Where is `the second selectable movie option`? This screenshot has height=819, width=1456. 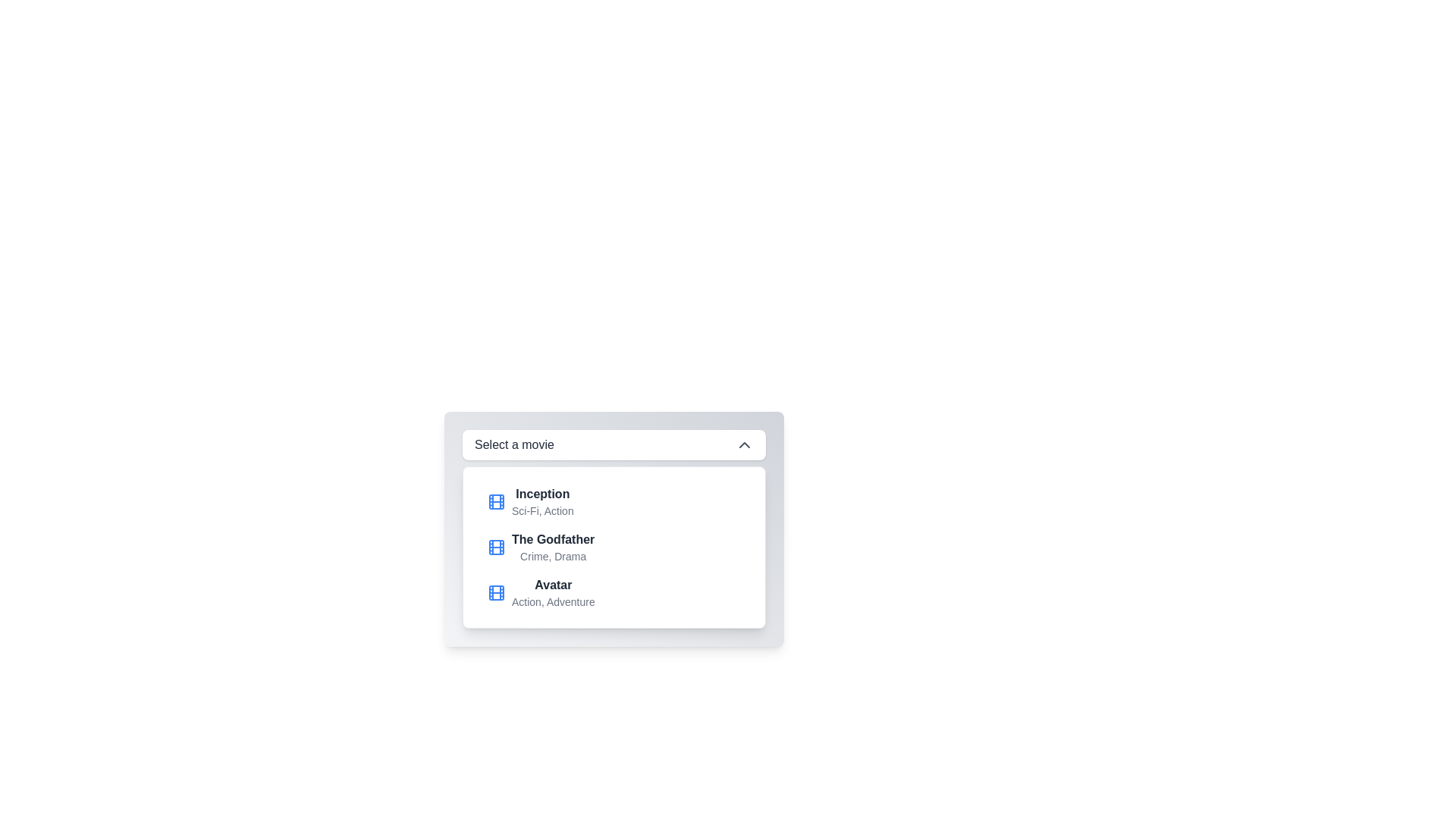 the second selectable movie option is located at coordinates (614, 547).